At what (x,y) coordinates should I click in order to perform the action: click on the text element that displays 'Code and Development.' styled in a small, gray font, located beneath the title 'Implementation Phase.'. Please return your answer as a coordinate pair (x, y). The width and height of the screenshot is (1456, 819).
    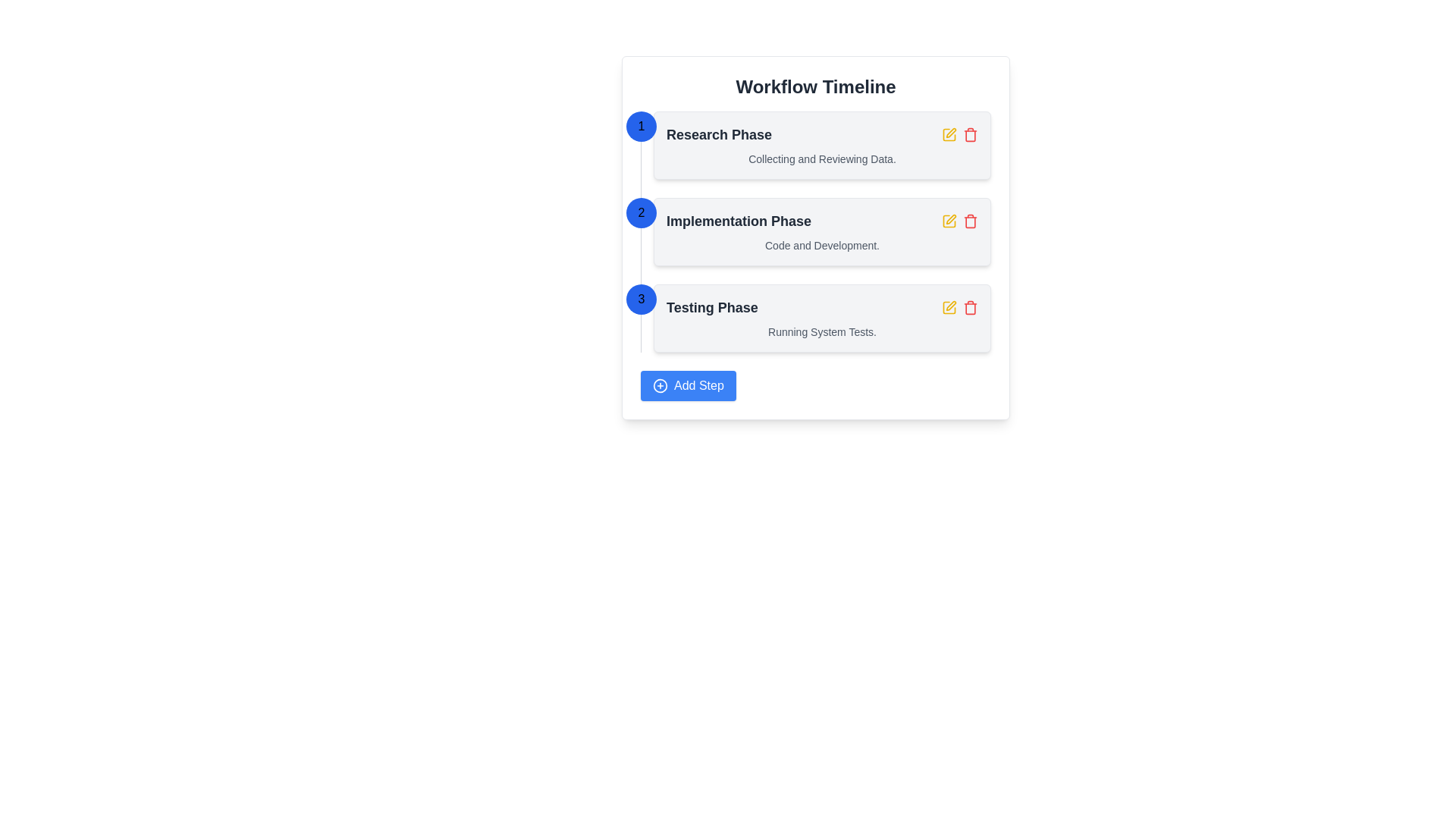
    Looking at the image, I should click on (821, 245).